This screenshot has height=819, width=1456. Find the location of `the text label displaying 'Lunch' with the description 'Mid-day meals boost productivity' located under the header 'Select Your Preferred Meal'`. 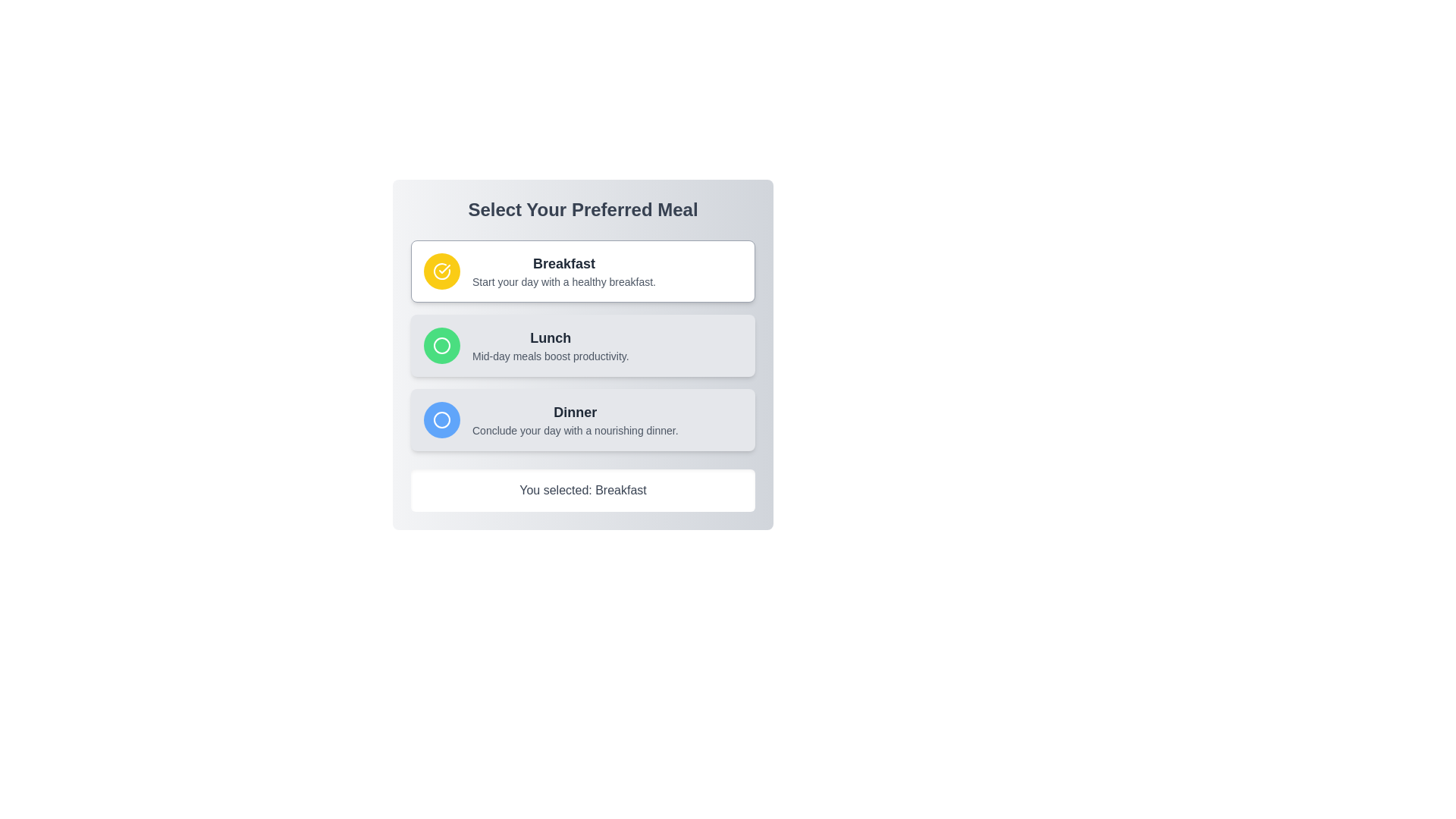

the text label displaying 'Lunch' with the description 'Mid-day meals boost productivity' located under the header 'Select Your Preferred Meal' is located at coordinates (550, 345).